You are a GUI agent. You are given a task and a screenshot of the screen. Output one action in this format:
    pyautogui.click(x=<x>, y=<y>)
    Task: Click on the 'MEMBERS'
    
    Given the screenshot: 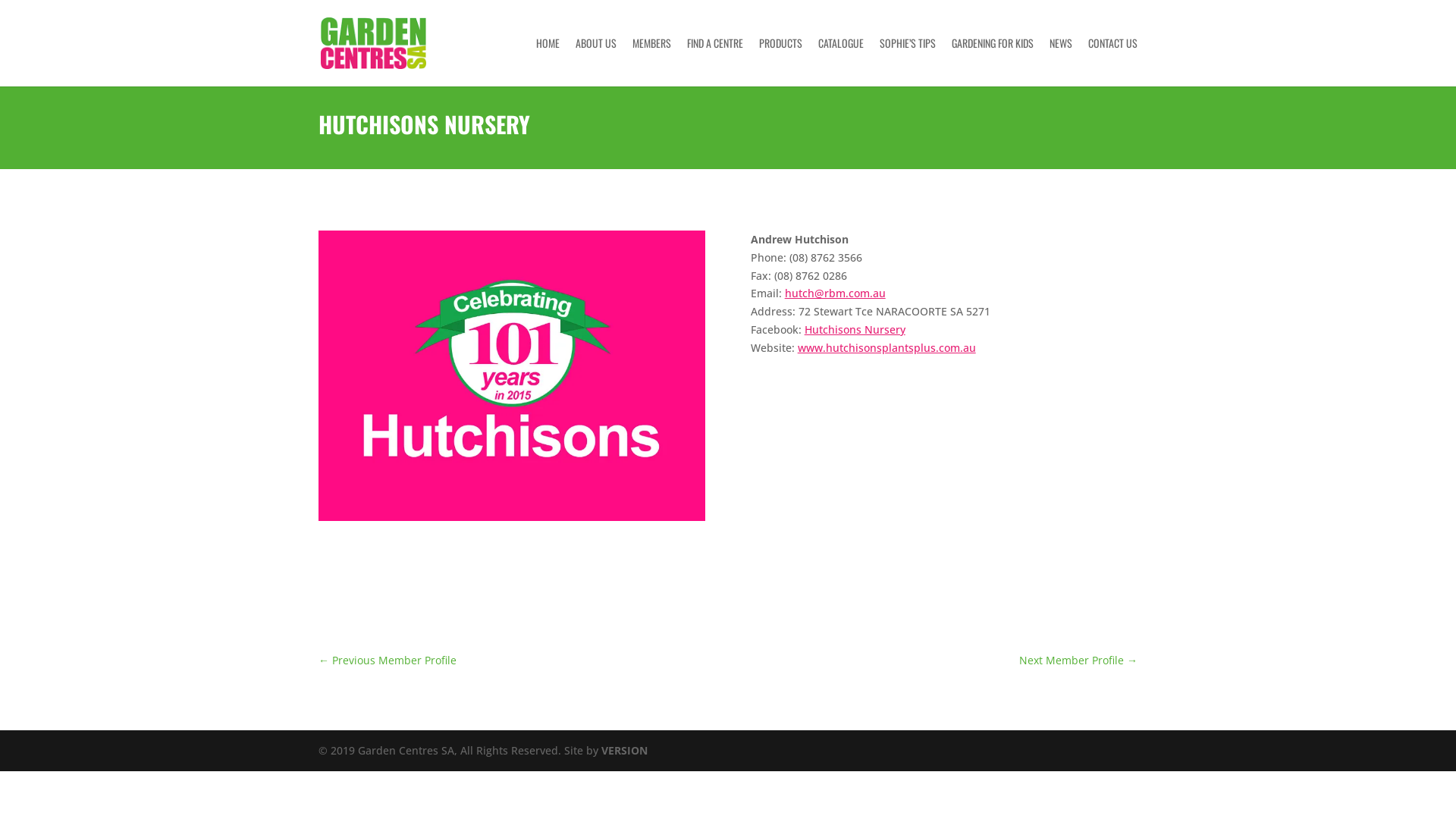 What is the action you would take?
    pyautogui.click(x=651, y=61)
    